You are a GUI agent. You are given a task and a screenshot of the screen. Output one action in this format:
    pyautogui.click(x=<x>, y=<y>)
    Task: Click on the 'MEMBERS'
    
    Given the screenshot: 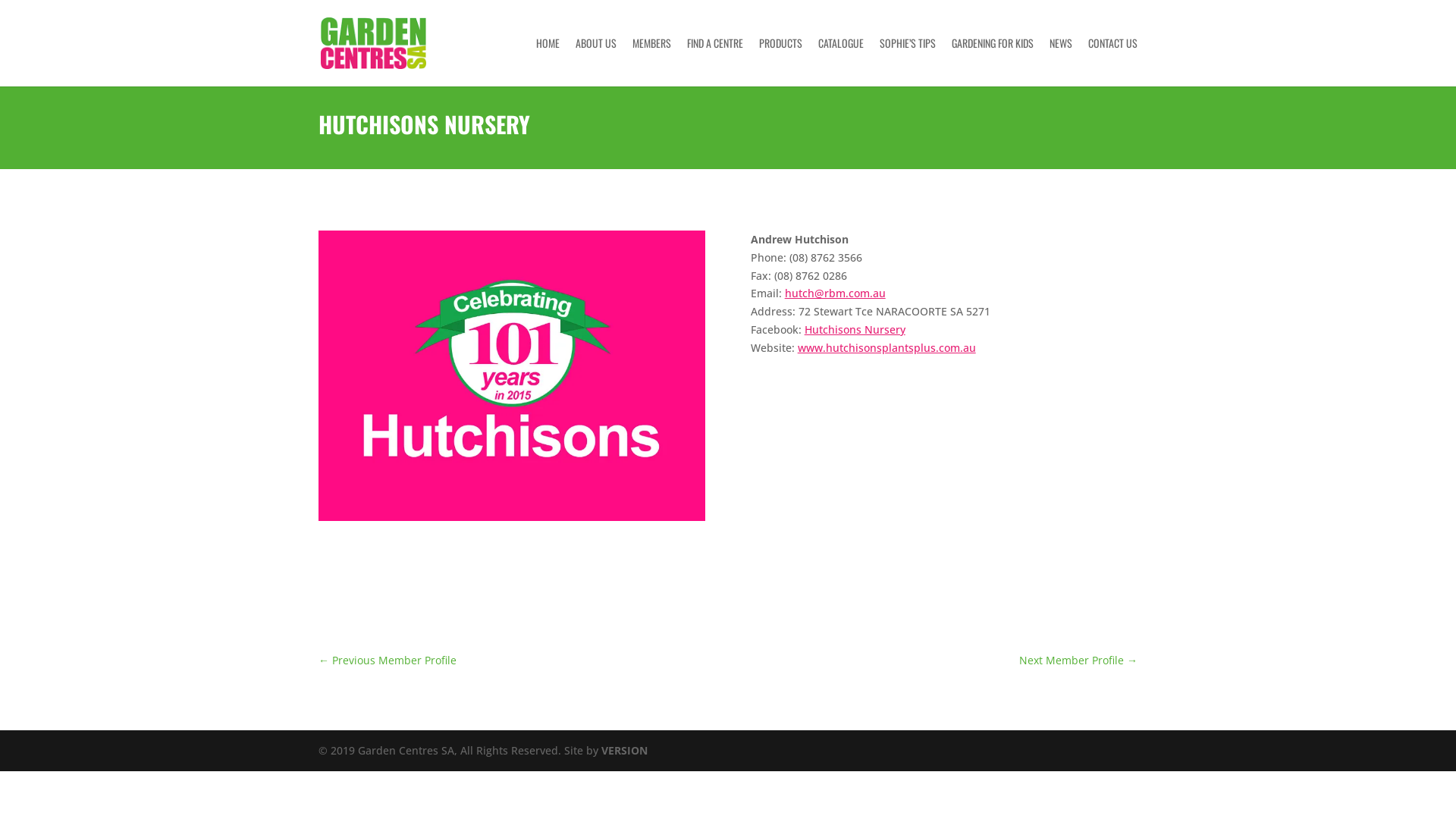 What is the action you would take?
    pyautogui.click(x=651, y=61)
    